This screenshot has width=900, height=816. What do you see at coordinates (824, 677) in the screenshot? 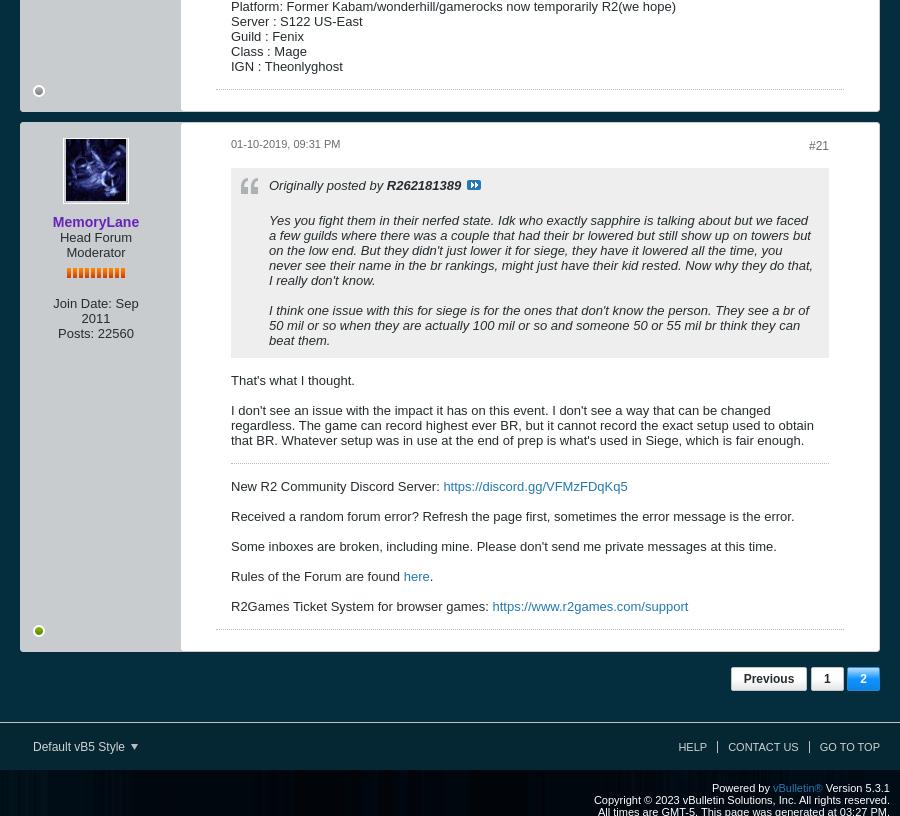
I see `'1'` at bounding box center [824, 677].